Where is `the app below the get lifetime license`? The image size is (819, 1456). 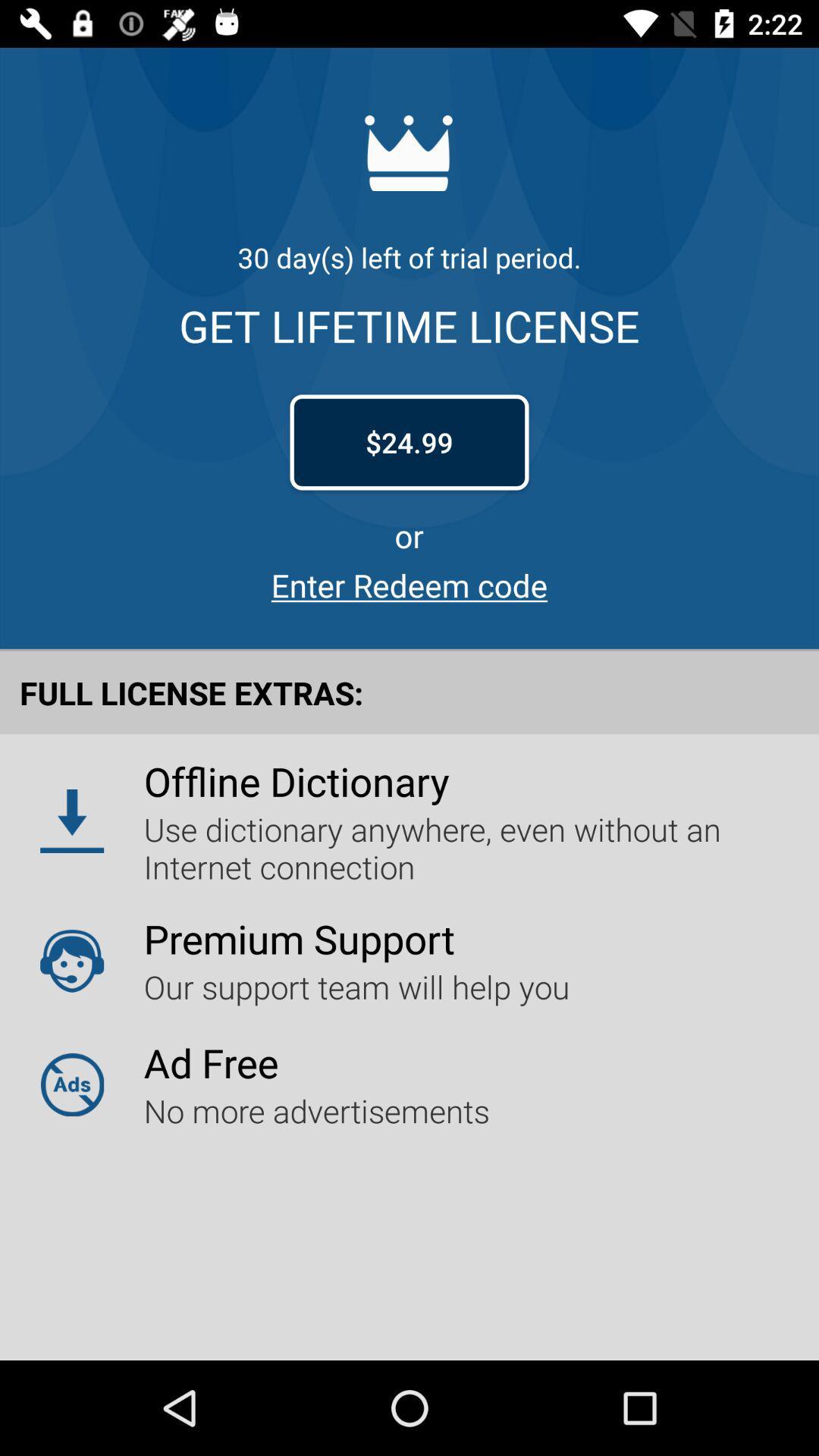 the app below the get lifetime license is located at coordinates (409, 441).